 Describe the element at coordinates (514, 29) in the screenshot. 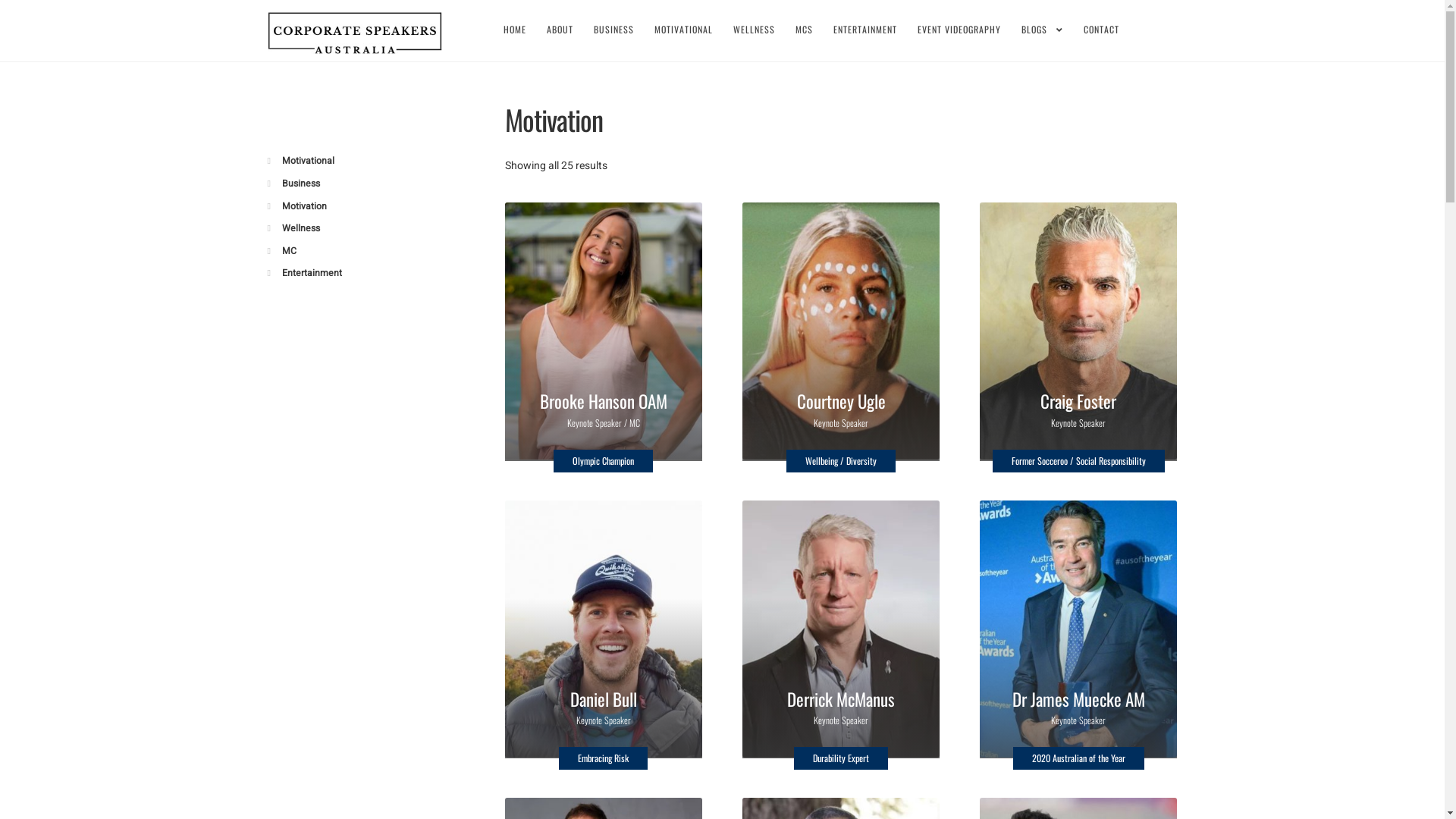

I see `'HOME'` at that location.